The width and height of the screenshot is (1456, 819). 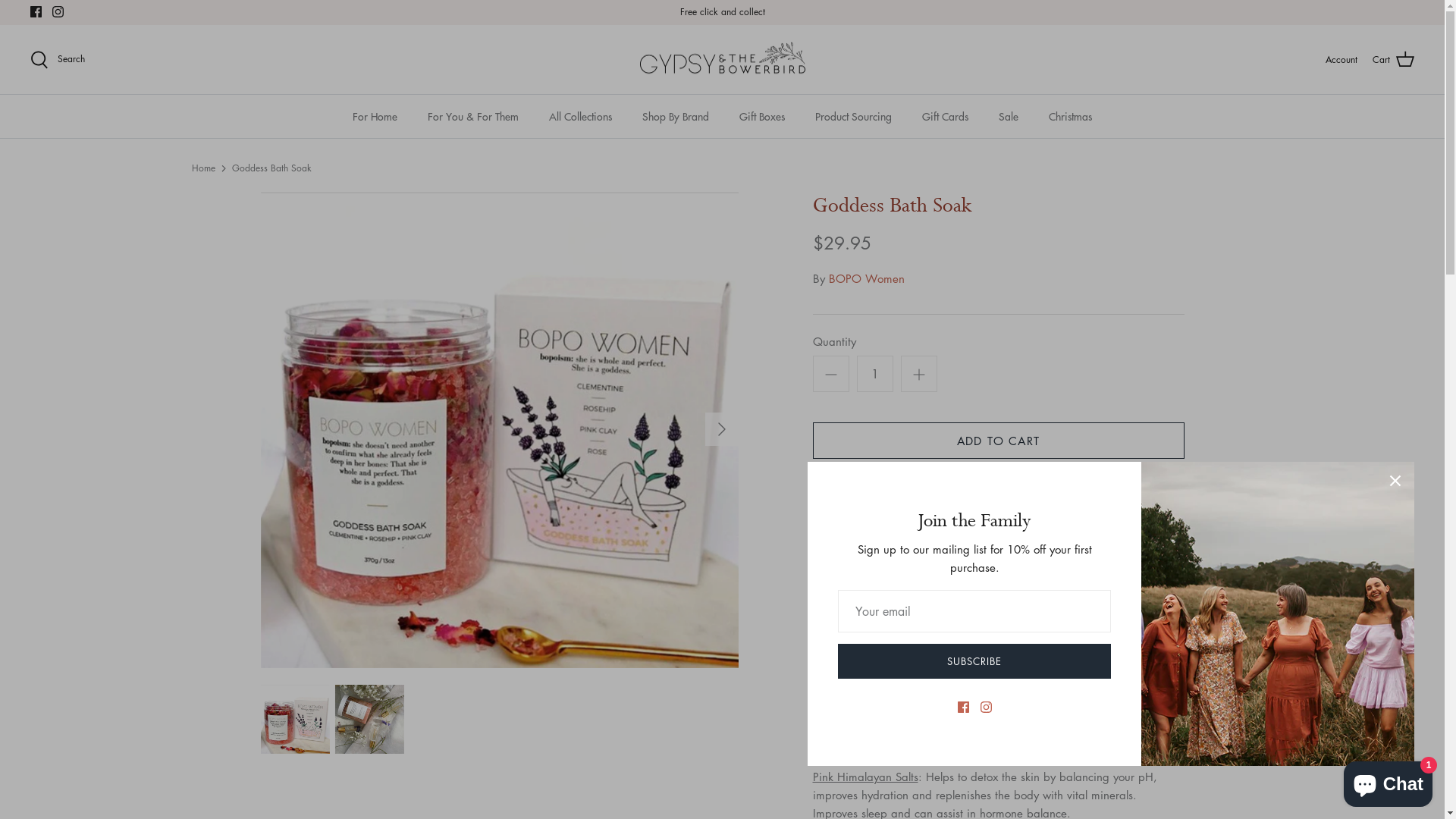 I want to click on 'All Collections', so click(x=535, y=115).